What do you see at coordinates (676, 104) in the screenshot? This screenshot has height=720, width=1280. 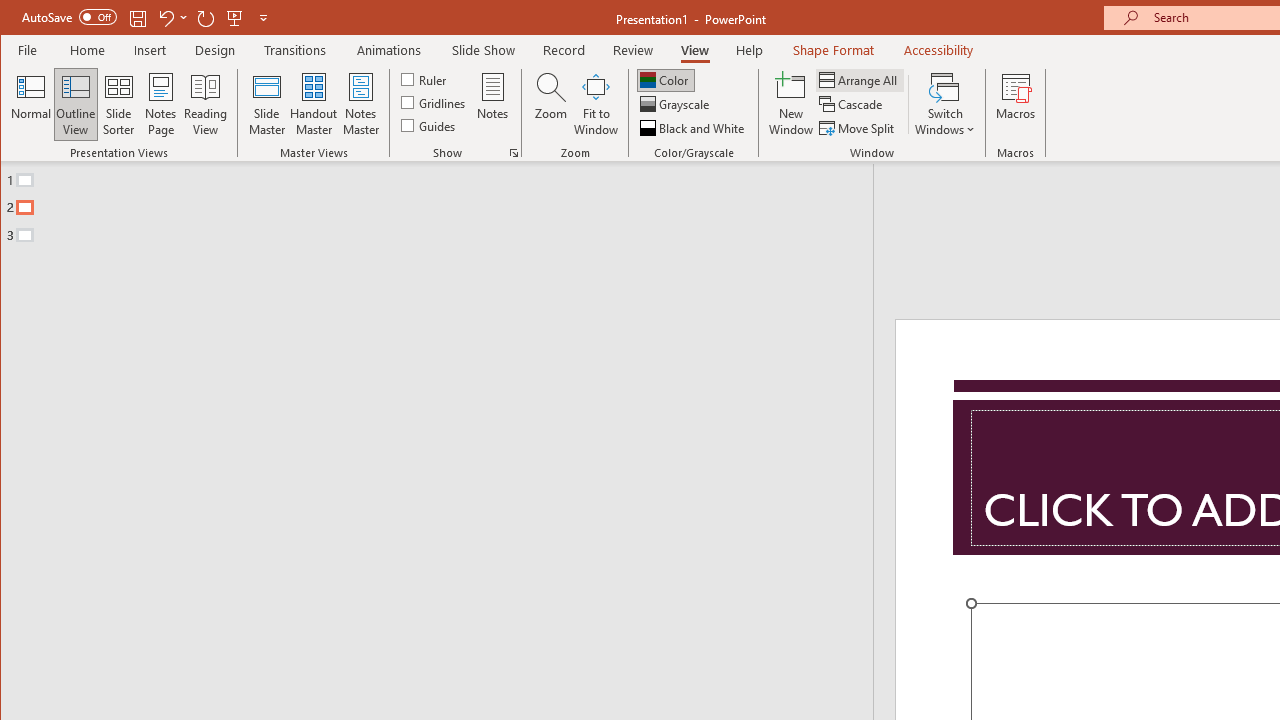 I see `'Grayscale'` at bounding box center [676, 104].